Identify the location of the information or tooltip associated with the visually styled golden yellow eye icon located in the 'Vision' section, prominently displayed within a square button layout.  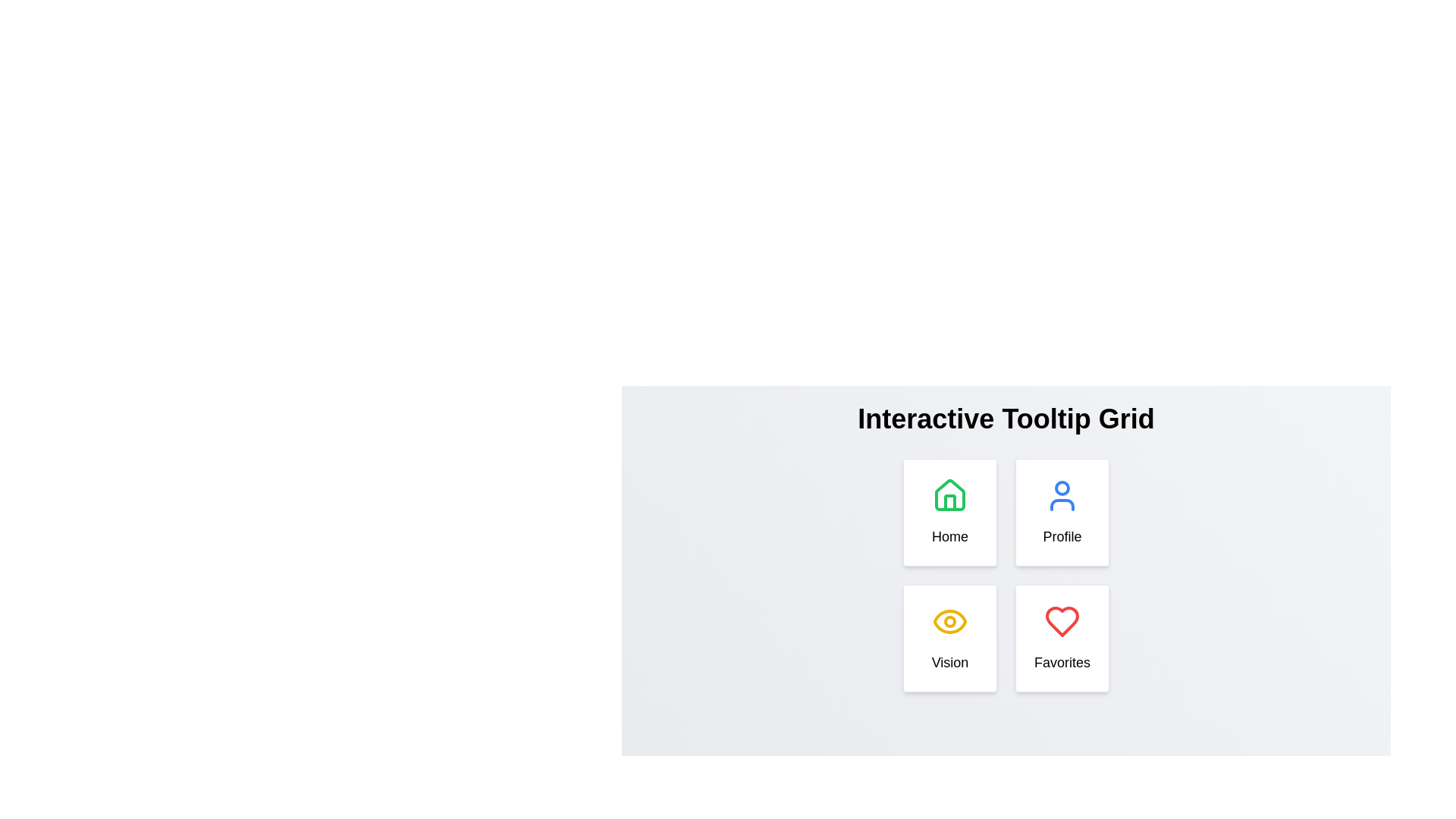
(949, 622).